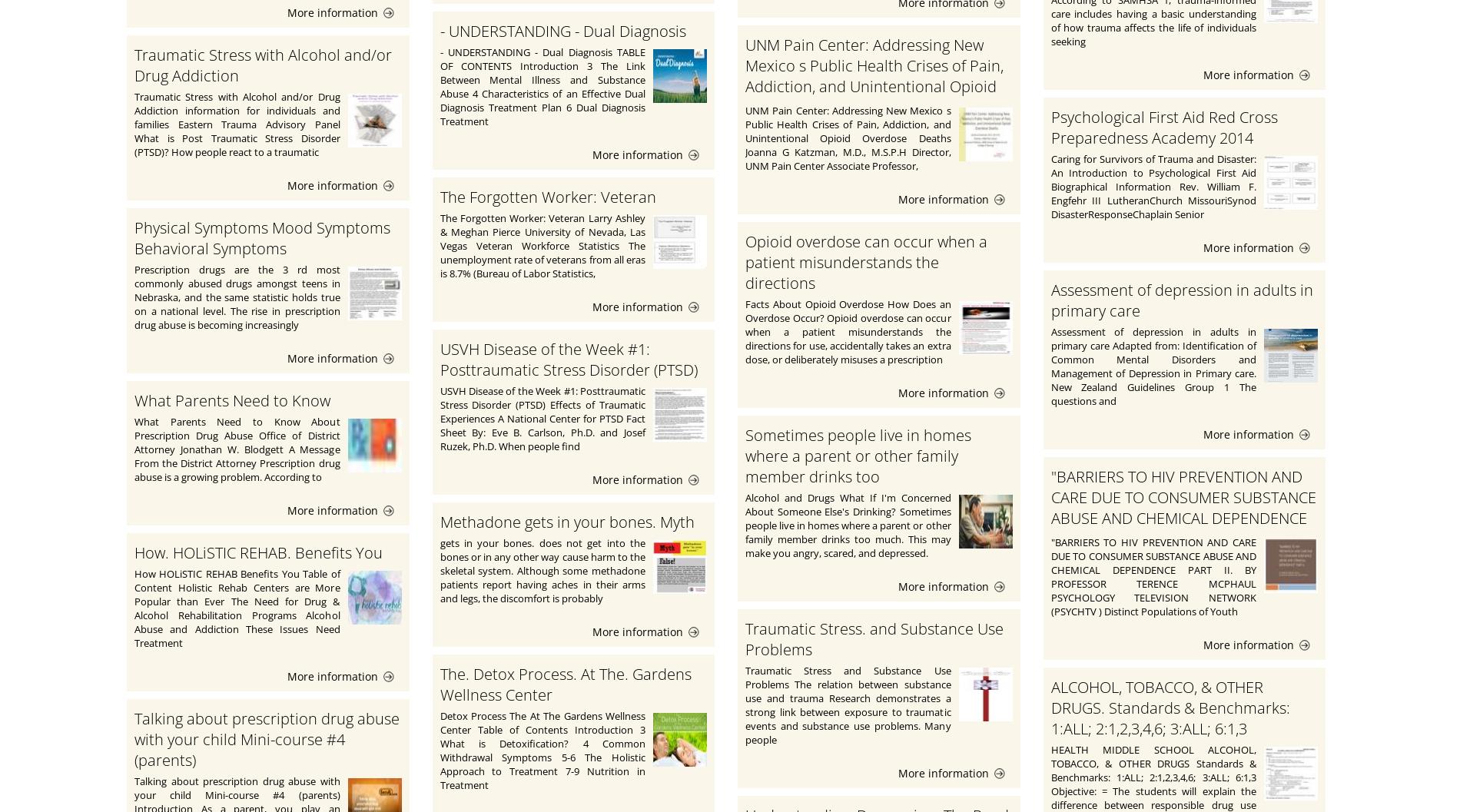 This screenshot has width=1460, height=812. Describe the element at coordinates (562, 31) in the screenshot. I see `'- UNDERSTANDING - Dual Diagnosis'` at that location.